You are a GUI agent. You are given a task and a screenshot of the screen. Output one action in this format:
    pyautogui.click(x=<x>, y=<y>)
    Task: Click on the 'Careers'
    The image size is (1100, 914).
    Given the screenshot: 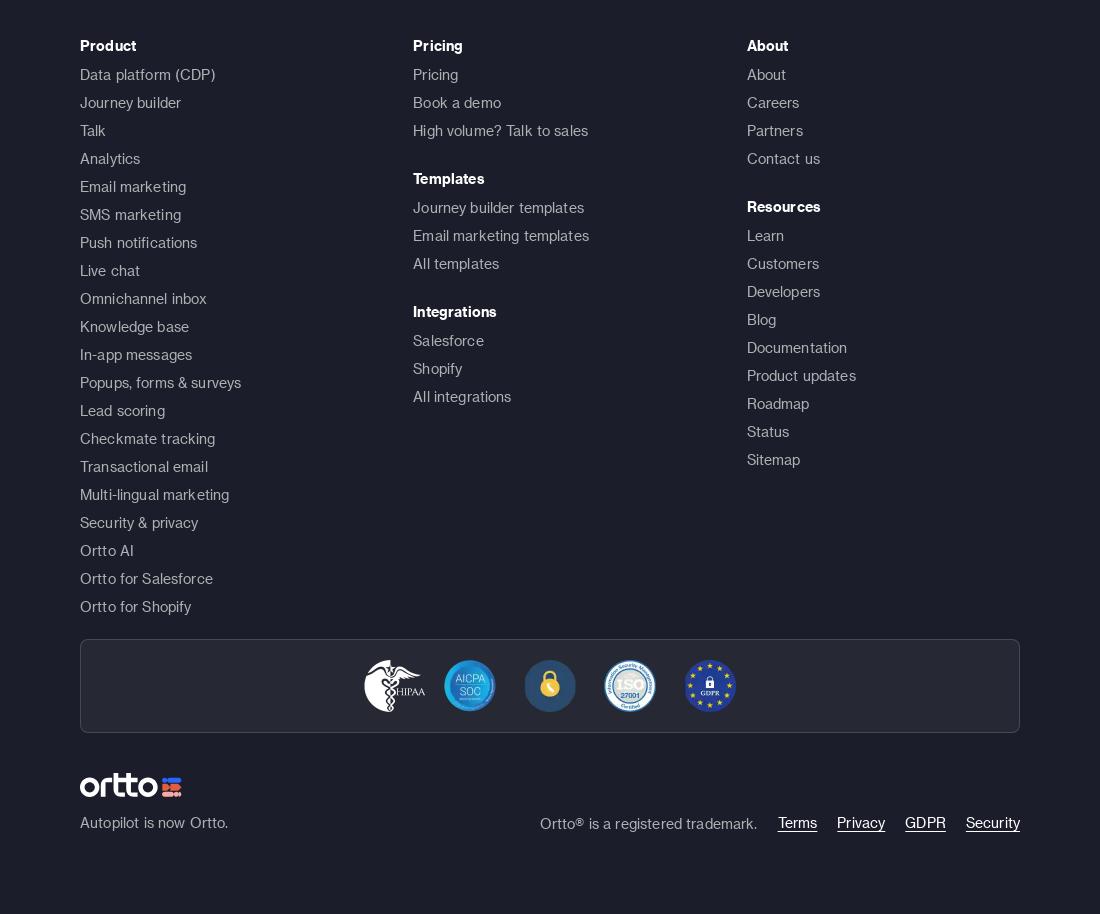 What is the action you would take?
    pyautogui.click(x=772, y=101)
    